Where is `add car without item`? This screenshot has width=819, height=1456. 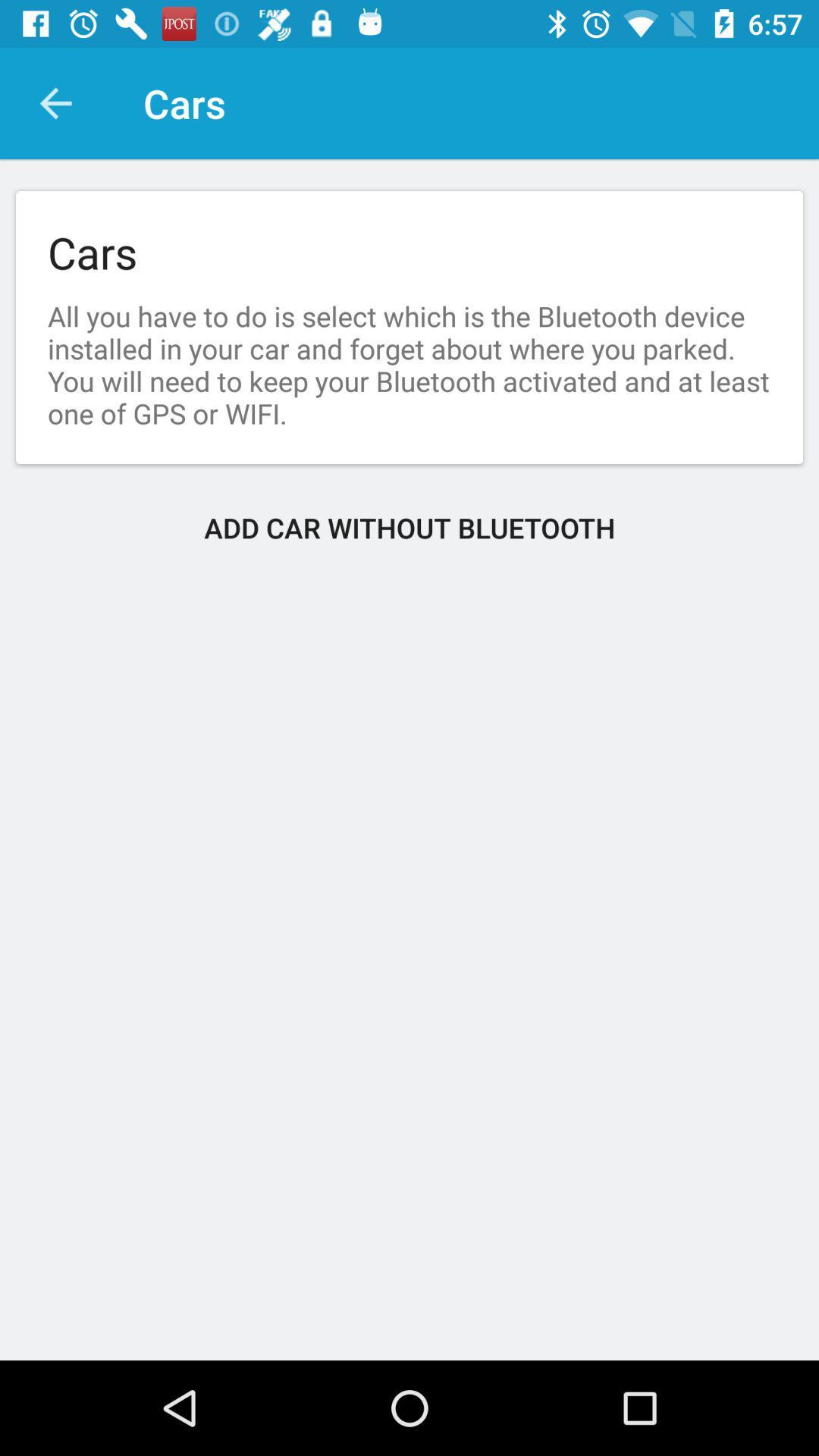 add car without item is located at coordinates (409, 528).